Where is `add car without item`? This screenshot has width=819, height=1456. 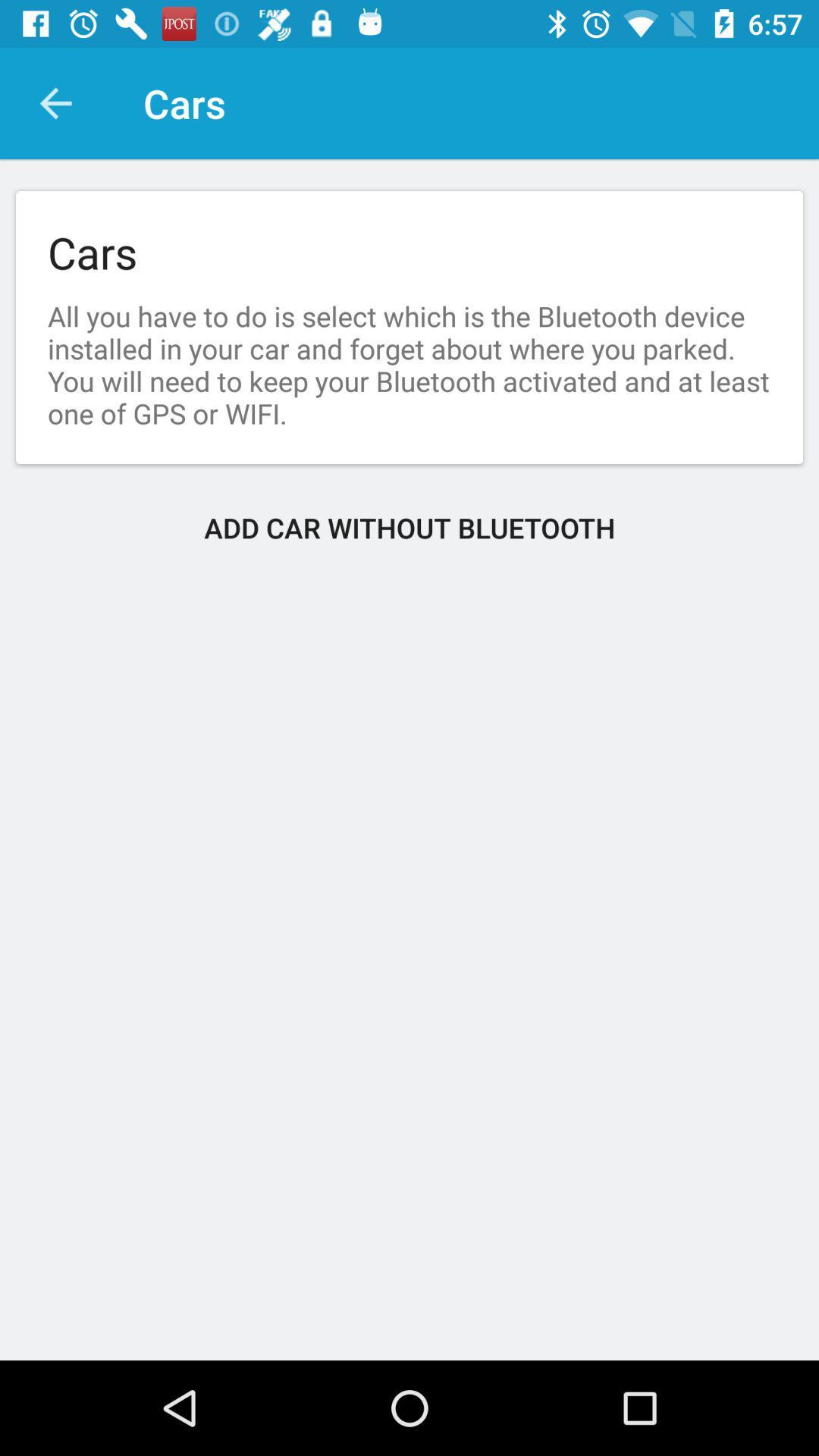 add car without item is located at coordinates (409, 528).